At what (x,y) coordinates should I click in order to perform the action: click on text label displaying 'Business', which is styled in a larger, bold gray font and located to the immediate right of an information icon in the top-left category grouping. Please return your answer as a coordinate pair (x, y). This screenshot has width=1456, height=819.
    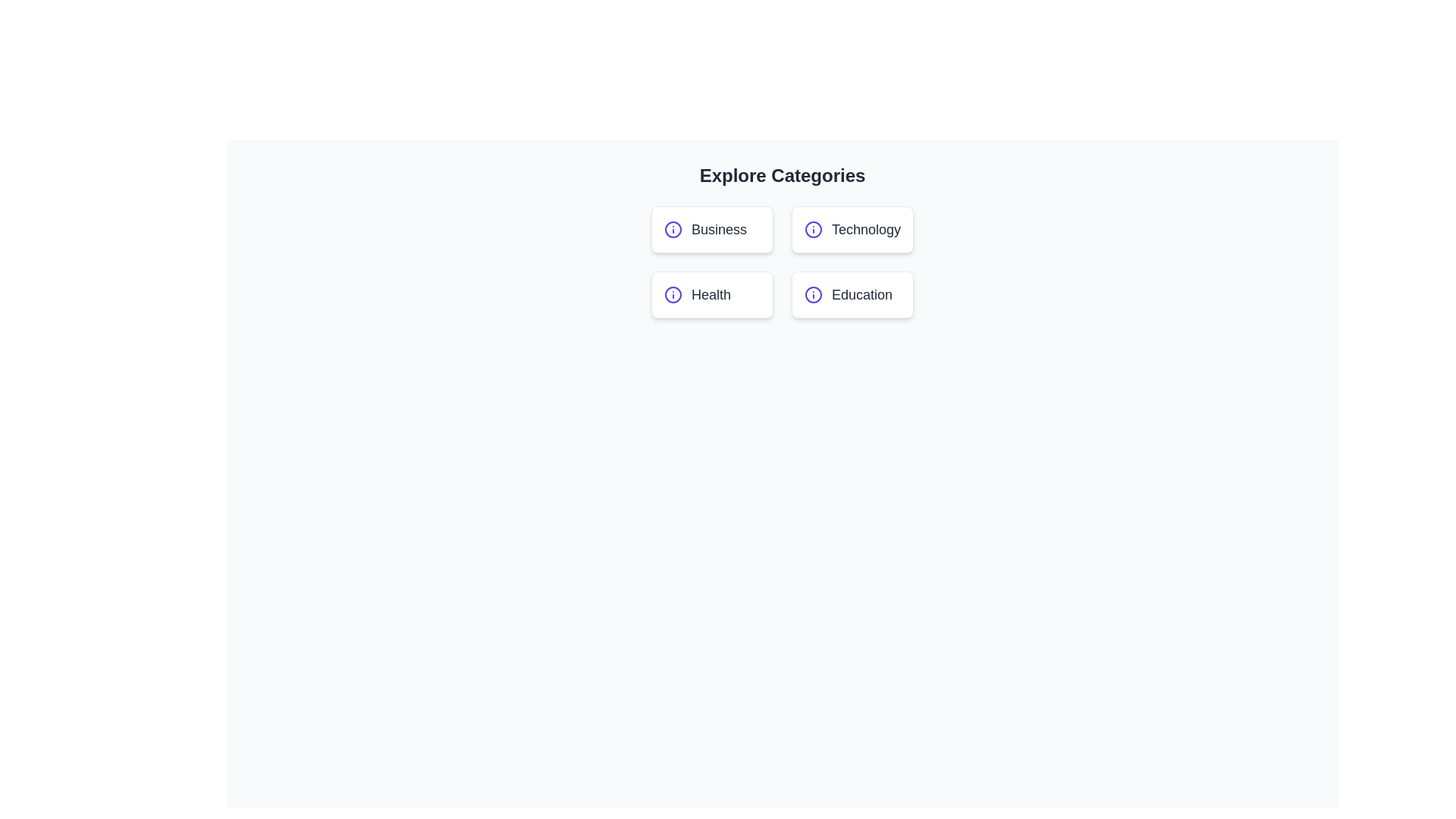
    Looking at the image, I should click on (718, 230).